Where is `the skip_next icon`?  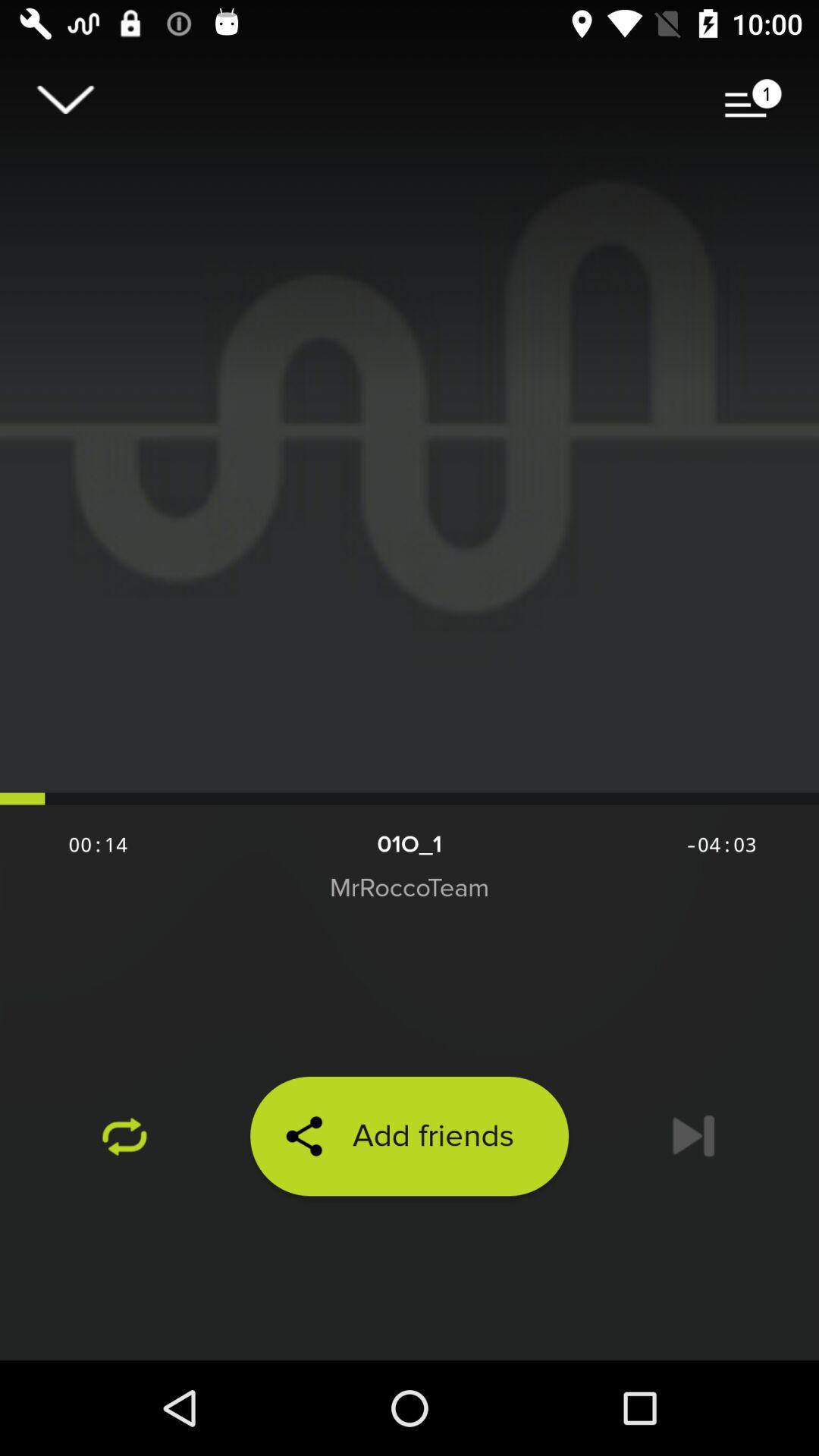 the skip_next icon is located at coordinates (693, 1136).